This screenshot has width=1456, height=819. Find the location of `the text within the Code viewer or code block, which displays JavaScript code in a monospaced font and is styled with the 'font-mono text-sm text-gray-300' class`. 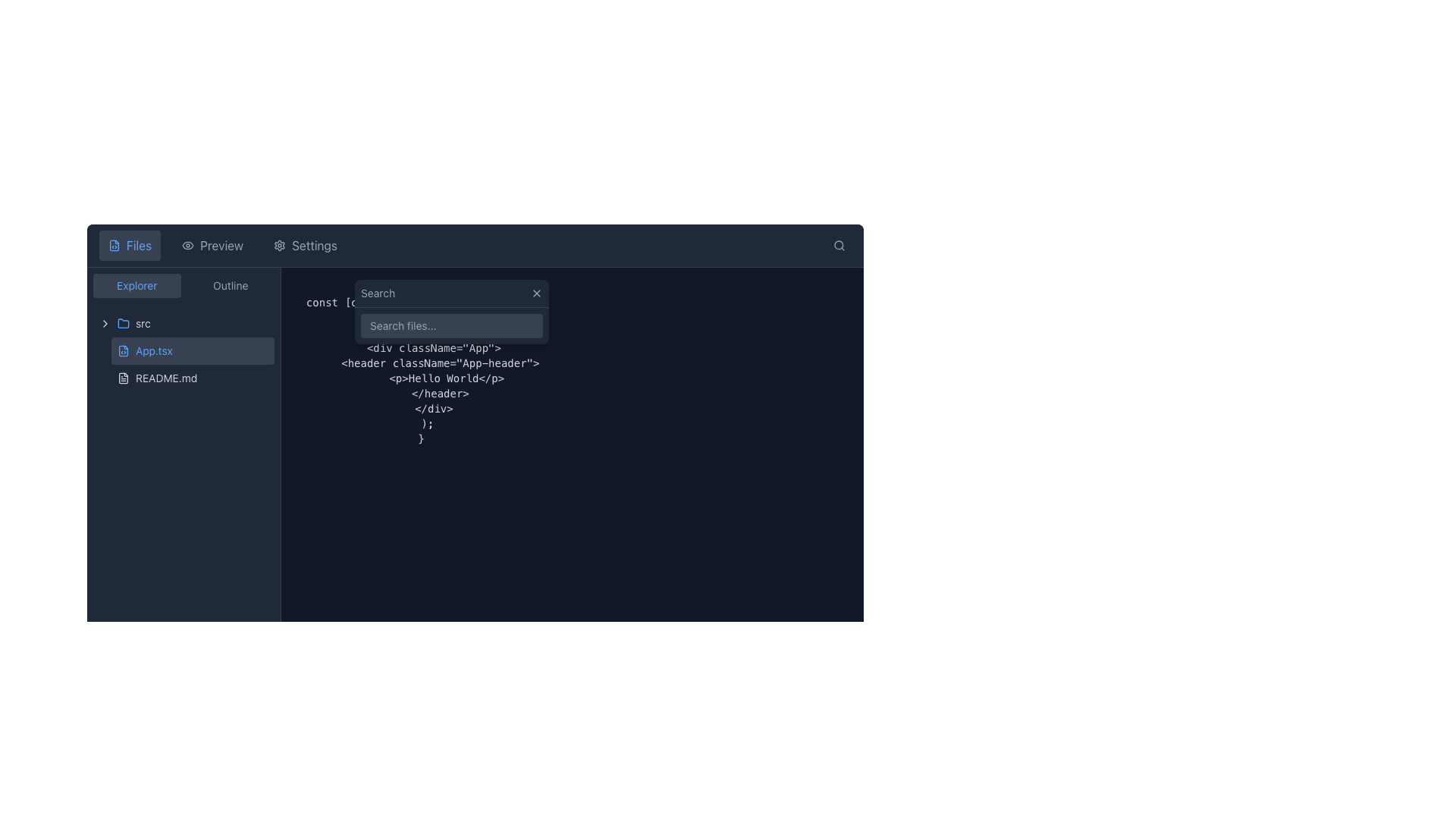

the text within the Code viewer or code block, which displays JavaScript code in a monospaced font and is styled with the 'font-mono text-sm text-gray-300' class is located at coordinates (421, 362).